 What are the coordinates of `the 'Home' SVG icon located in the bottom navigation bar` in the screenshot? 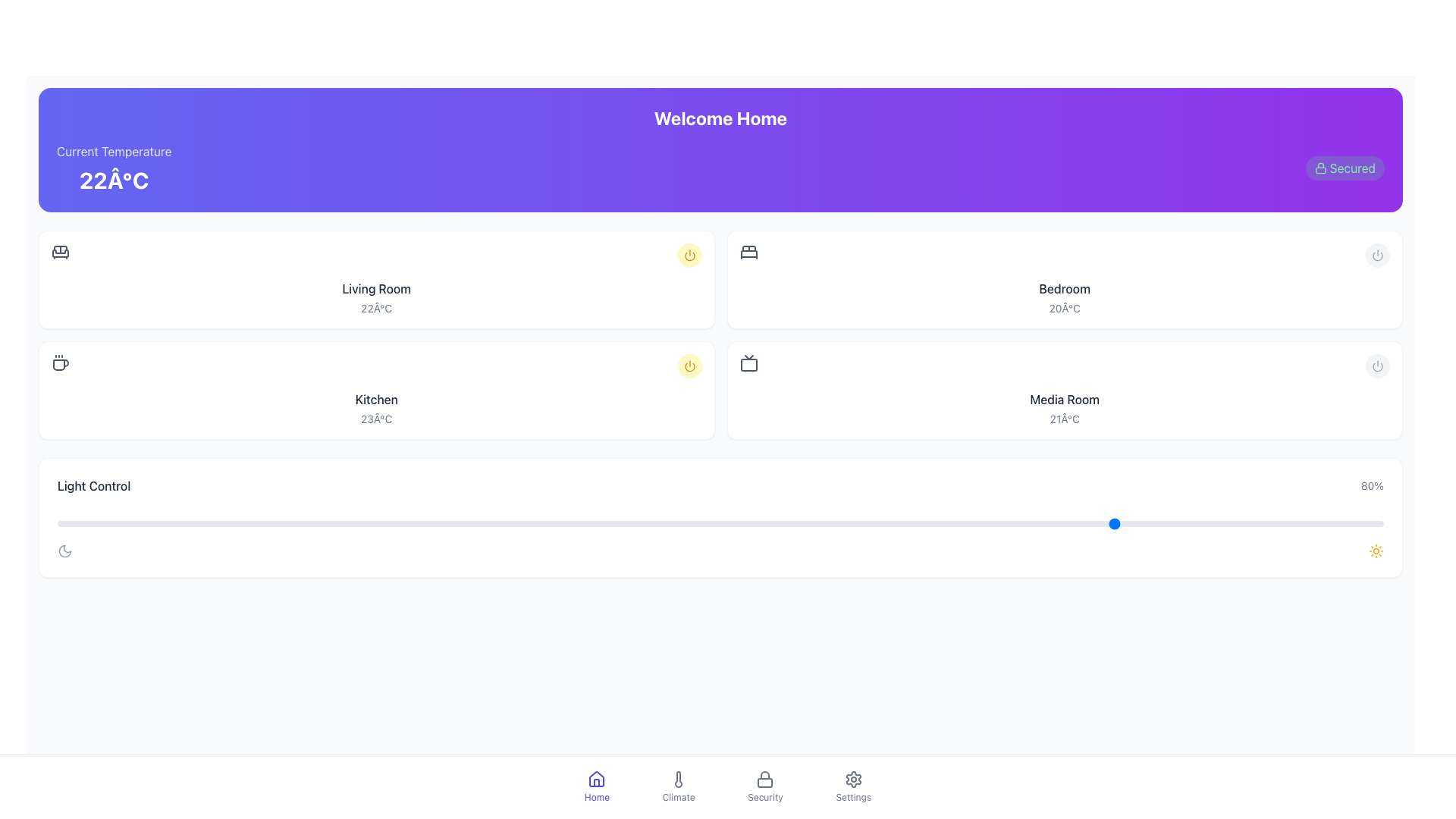 It's located at (596, 779).